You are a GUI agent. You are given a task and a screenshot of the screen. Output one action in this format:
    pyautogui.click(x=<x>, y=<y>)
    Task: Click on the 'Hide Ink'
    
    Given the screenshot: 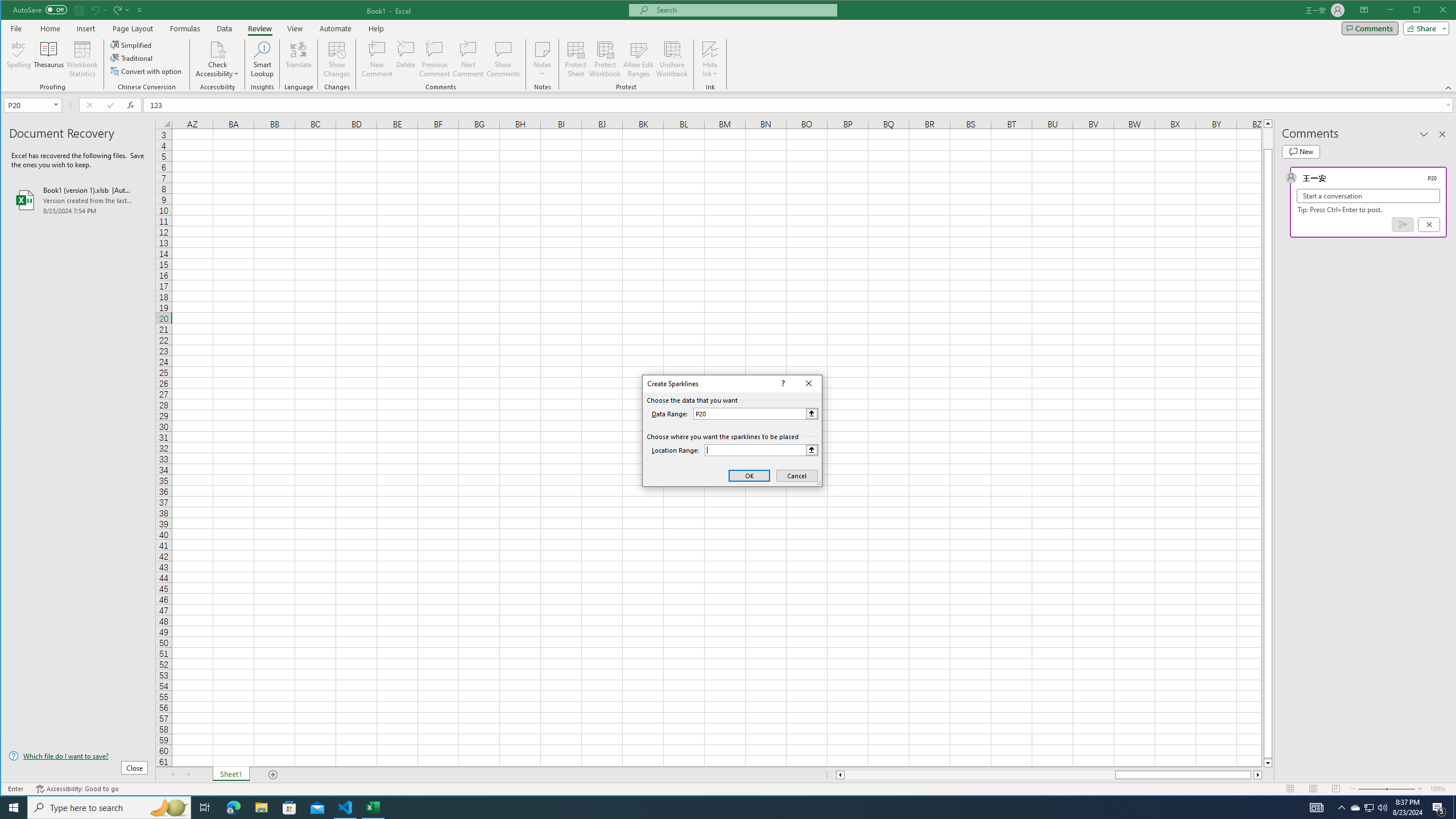 What is the action you would take?
    pyautogui.click(x=710, y=59)
    